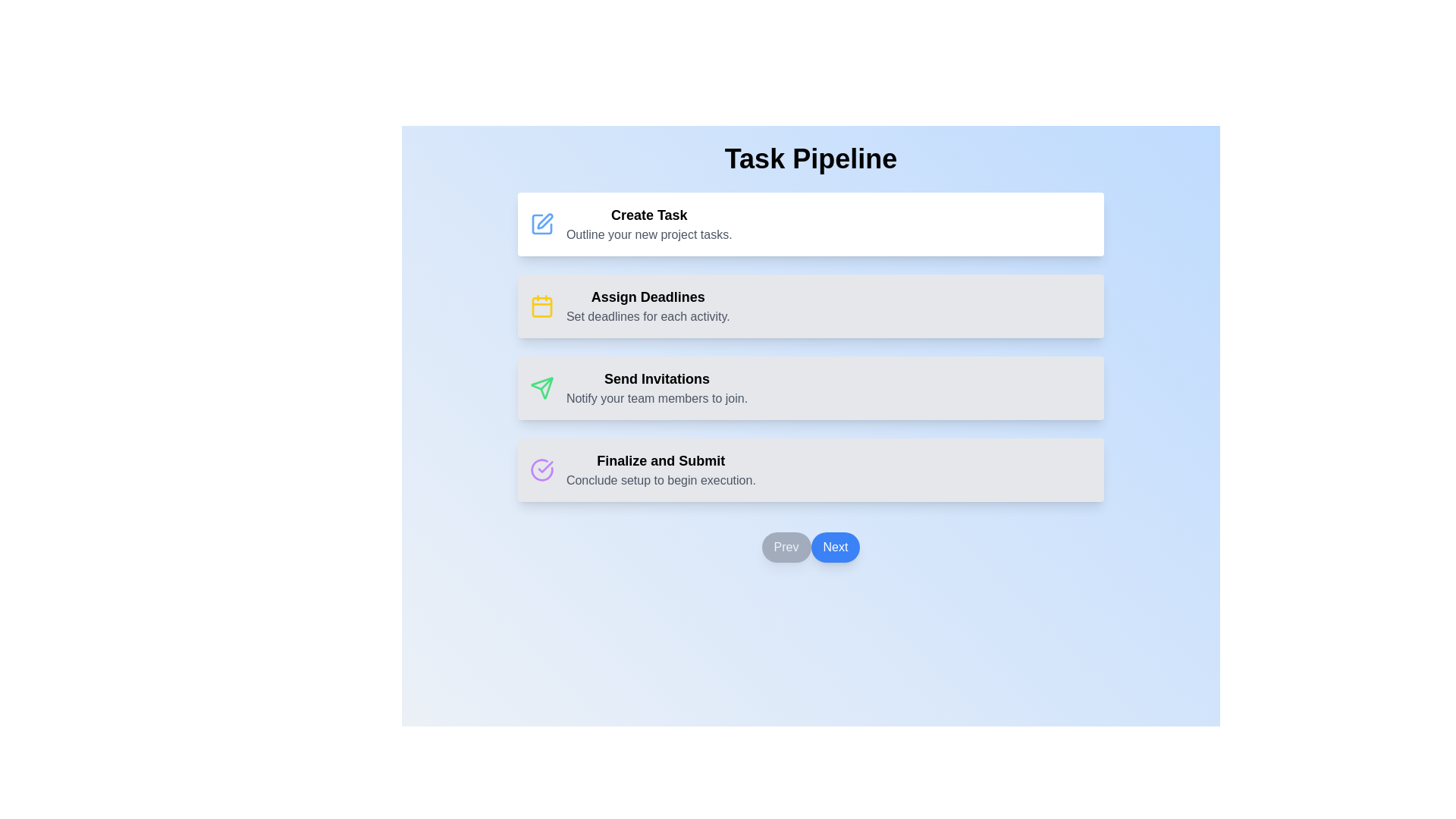 This screenshot has height=819, width=1456. What do you see at coordinates (648, 306) in the screenshot?
I see `the 'Assign Deadlines' text label, which is the second item in the vertical list of task descriptions` at bounding box center [648, 306].